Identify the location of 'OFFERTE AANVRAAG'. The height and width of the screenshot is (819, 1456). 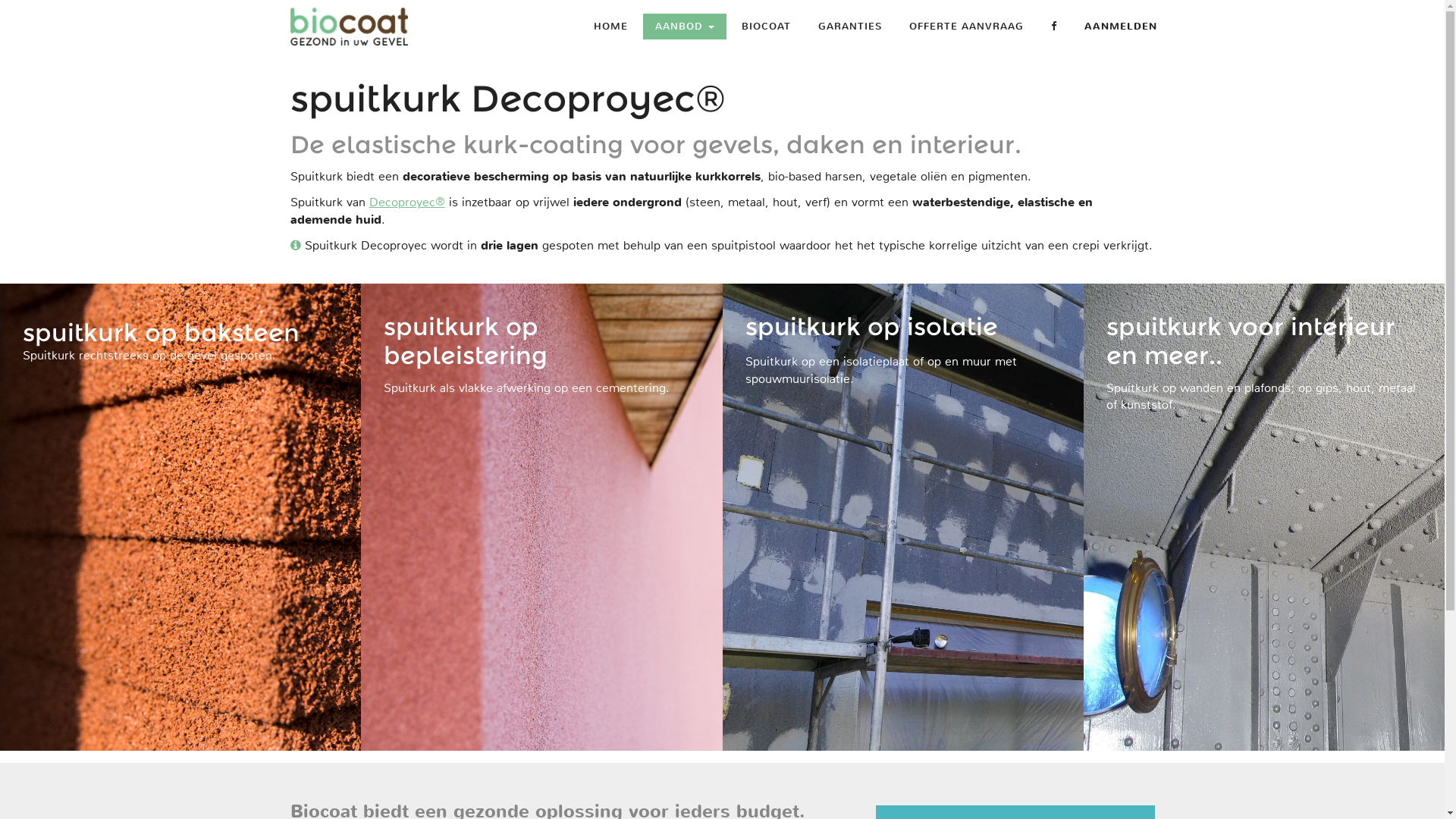
(965, 26).